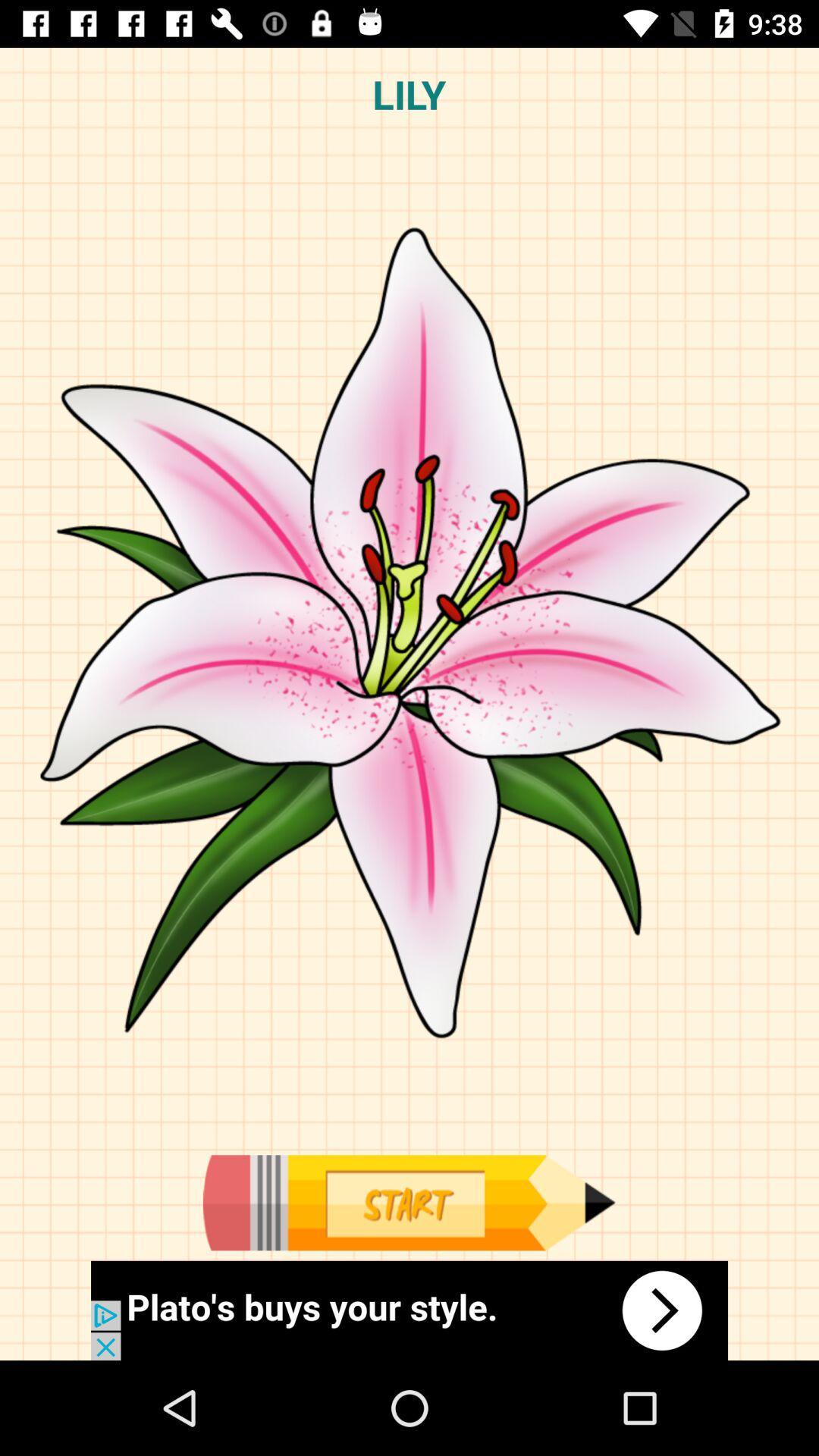 Image resolution: width=819 pixels, height=1456 pixels. What do you see at coordinates (408, 1202) in the screenshot?
I see `start game` at bounding box center [408, 1202].